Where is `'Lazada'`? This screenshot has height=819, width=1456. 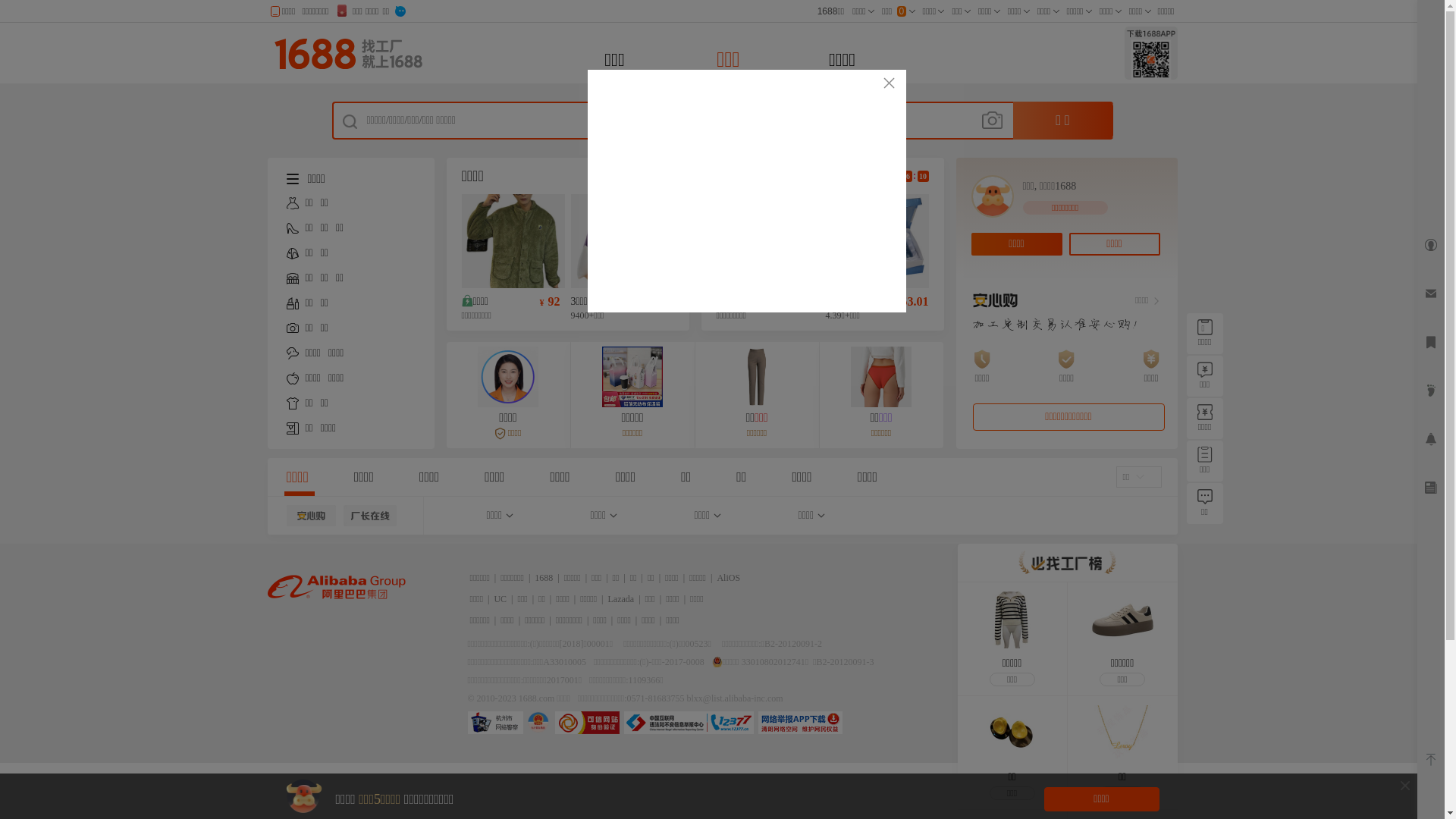
'Lazada' is located at coordinates (607, 598).